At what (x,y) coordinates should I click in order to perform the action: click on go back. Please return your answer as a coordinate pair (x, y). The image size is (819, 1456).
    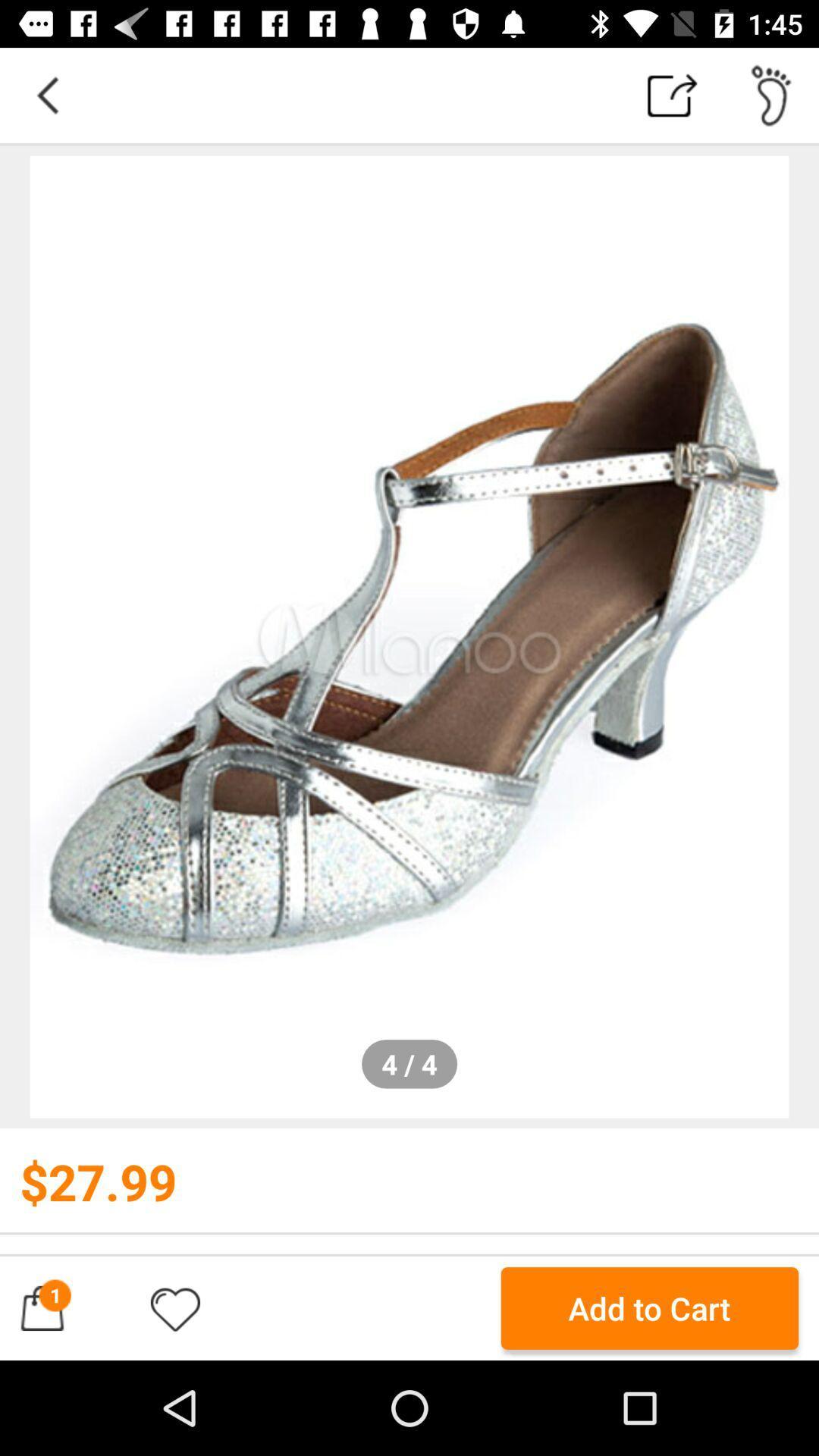
    Looking at the image, I should click on (46, 94).